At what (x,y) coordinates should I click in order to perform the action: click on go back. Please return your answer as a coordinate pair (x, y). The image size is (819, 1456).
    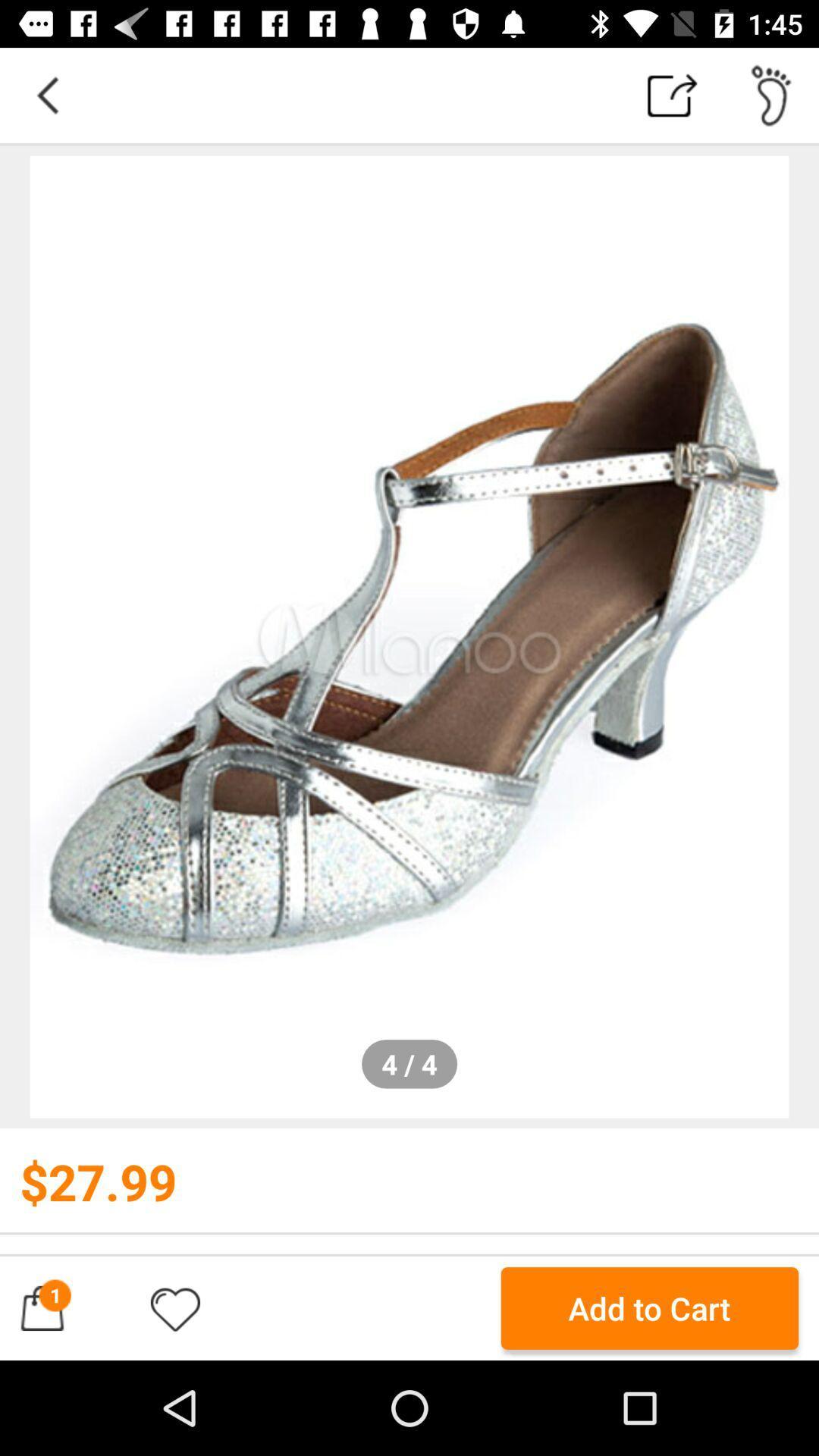
    Looking at the image, I should click on (46, 94).